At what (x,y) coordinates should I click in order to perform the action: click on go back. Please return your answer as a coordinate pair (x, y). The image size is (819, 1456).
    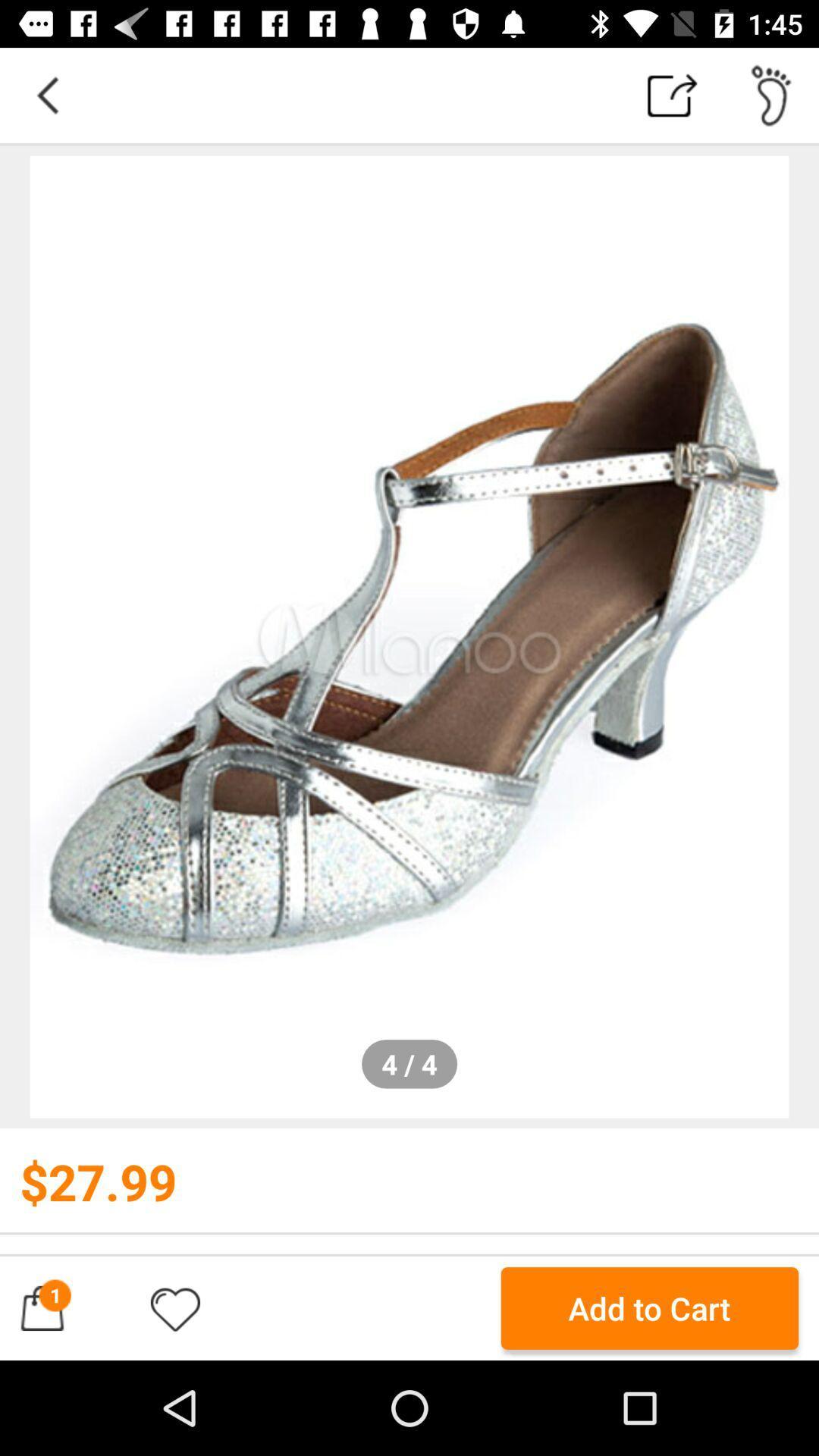
    Looking at the image, I should click on (46, 94).